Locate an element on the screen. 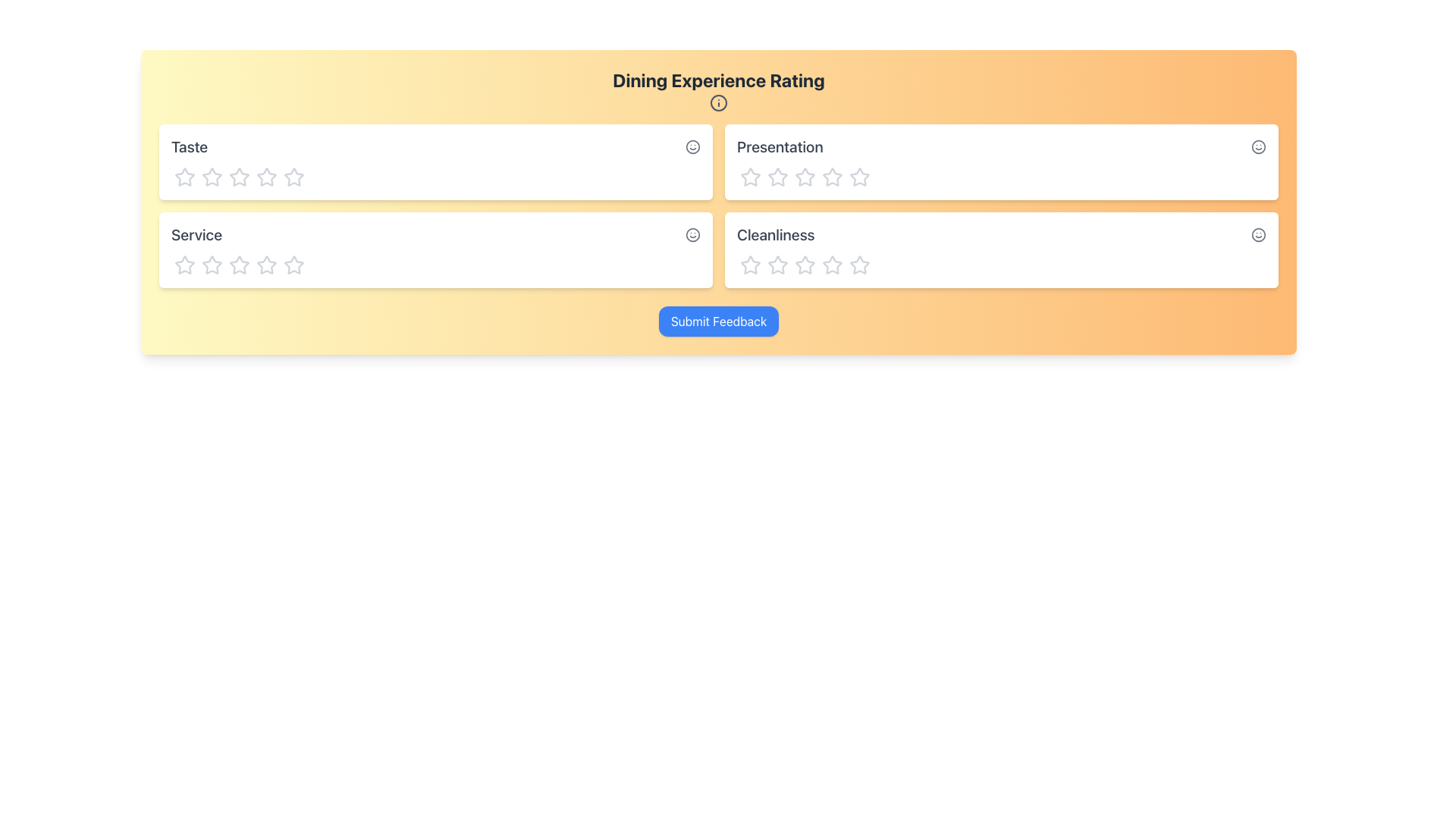 The image size is (1456, 819). the second star icon in the horizontal rating row for the 'Service' section is located at coordinates (266, 264).